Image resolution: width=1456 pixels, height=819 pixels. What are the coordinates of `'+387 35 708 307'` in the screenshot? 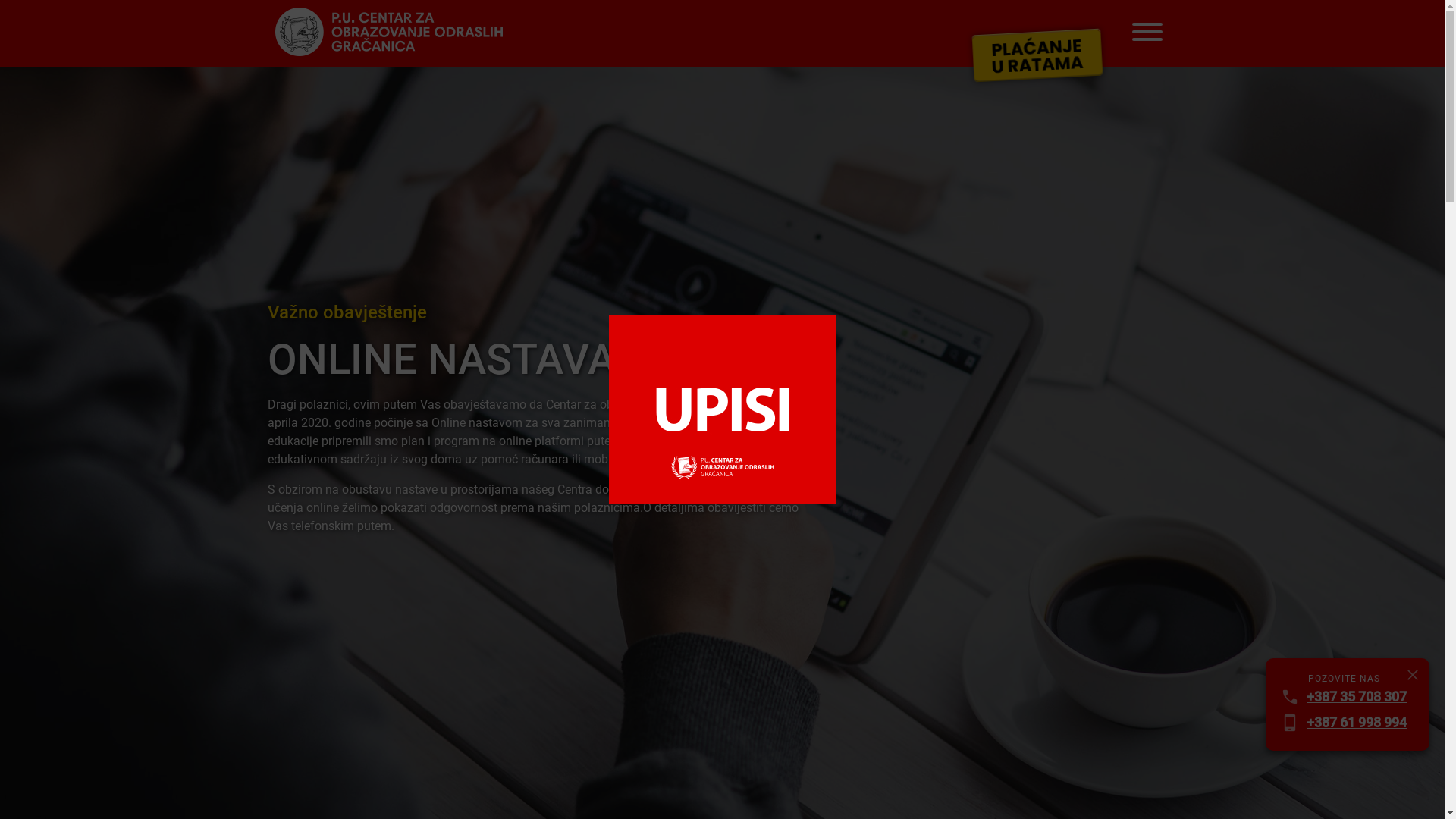 It's located at (1357, 696).